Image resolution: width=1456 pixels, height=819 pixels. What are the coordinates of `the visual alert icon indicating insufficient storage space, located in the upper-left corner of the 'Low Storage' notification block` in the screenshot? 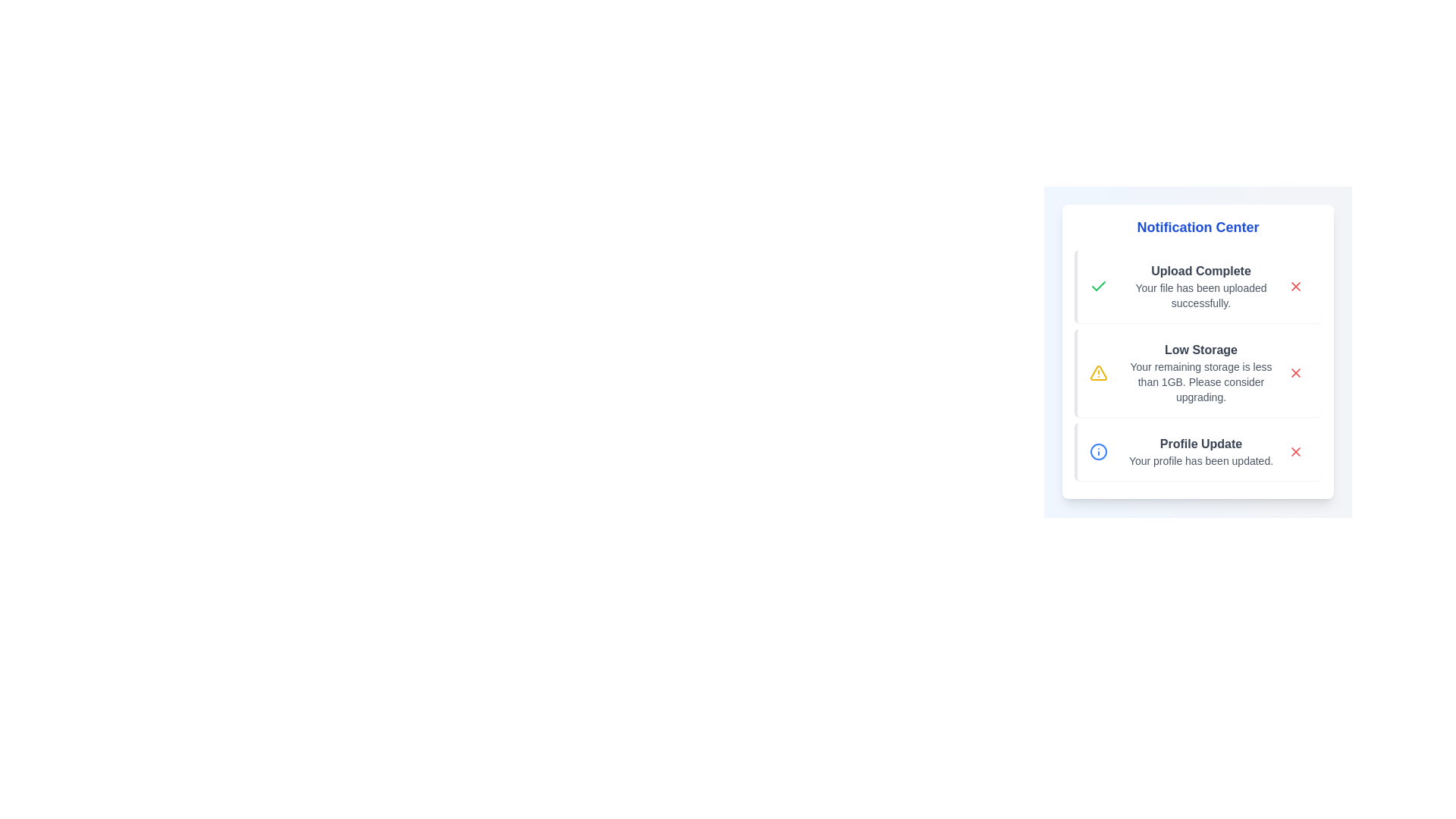 It's located at (1099, 373).